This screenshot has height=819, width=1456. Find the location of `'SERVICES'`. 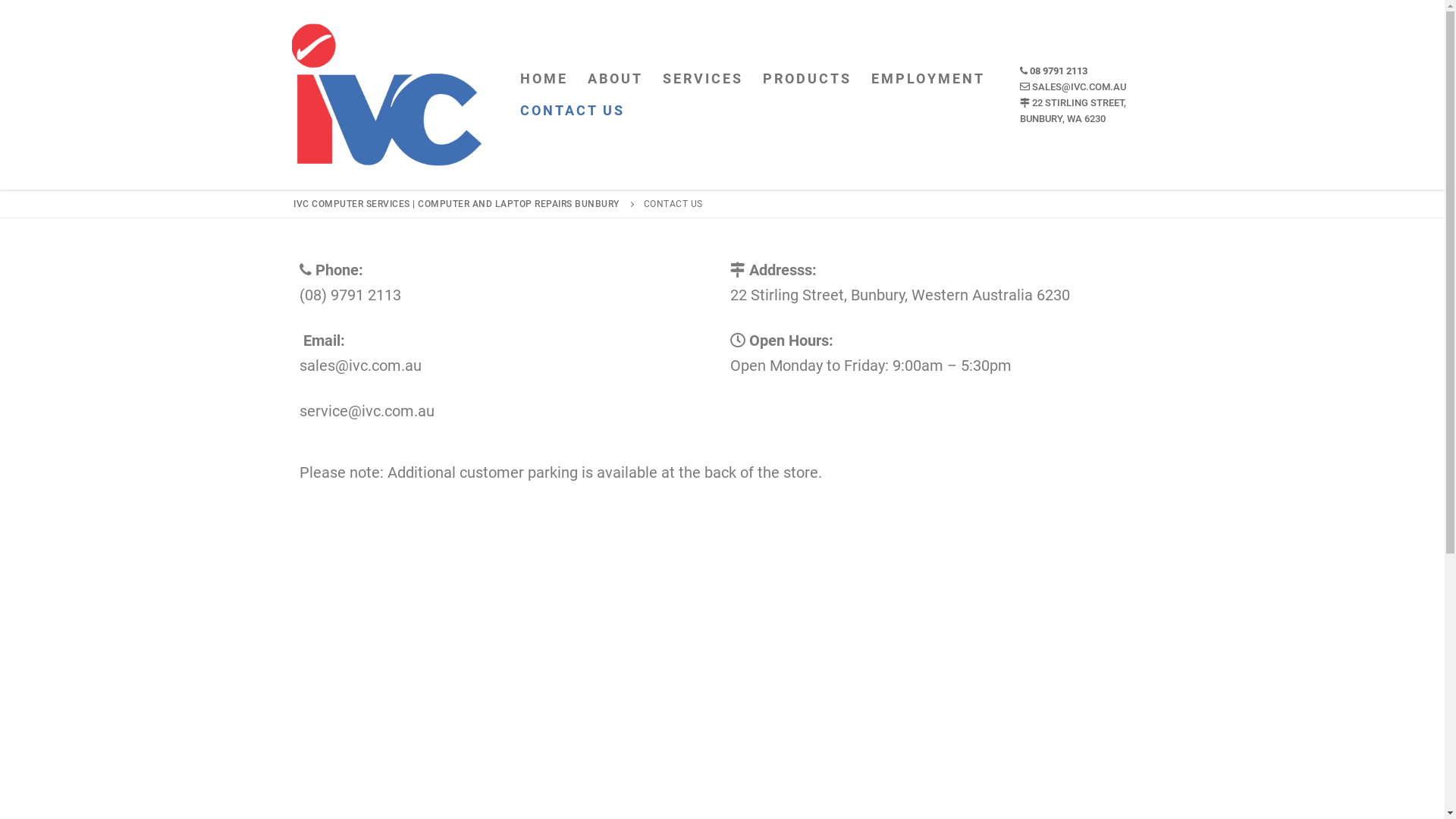

'SERVICES' is located at coordinates (701, 79).